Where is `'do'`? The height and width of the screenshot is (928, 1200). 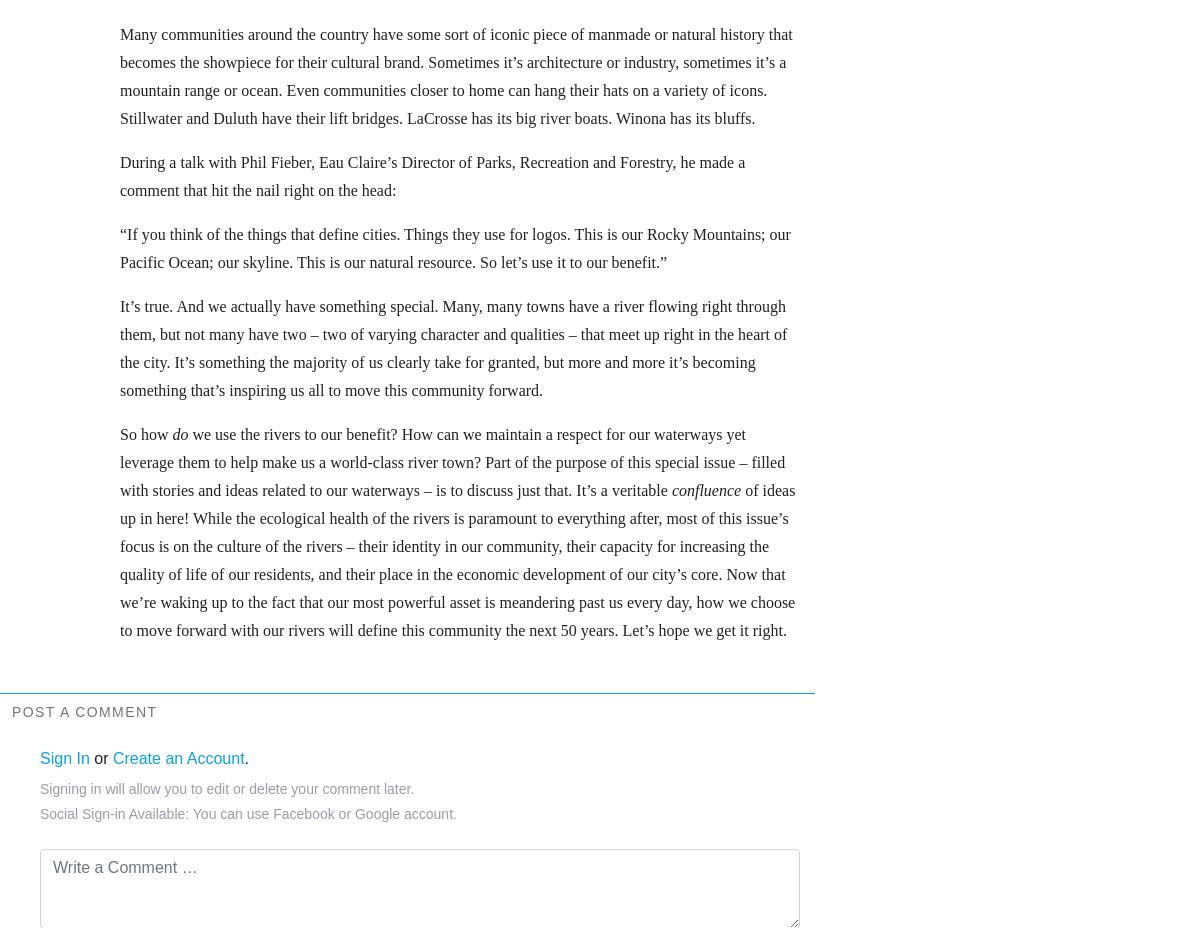 'do' is located at coordinates (179, 434).